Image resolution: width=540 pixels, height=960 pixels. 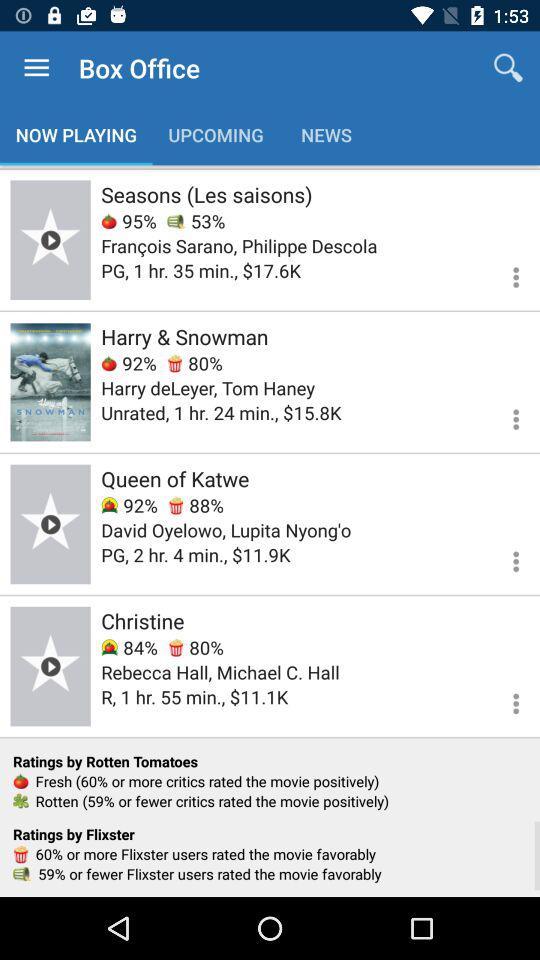 I want to click on options, so click(x=503, y=558).